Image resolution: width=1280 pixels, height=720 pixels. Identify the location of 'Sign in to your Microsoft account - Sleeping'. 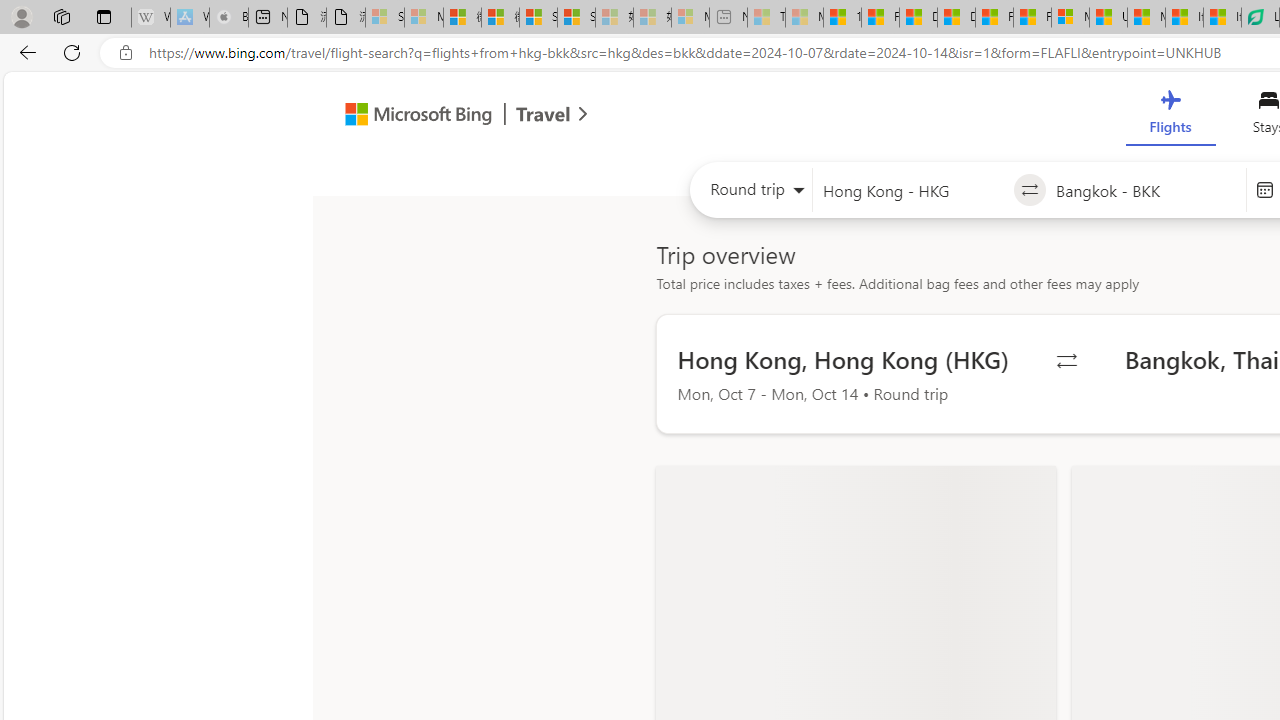
(385, 17).